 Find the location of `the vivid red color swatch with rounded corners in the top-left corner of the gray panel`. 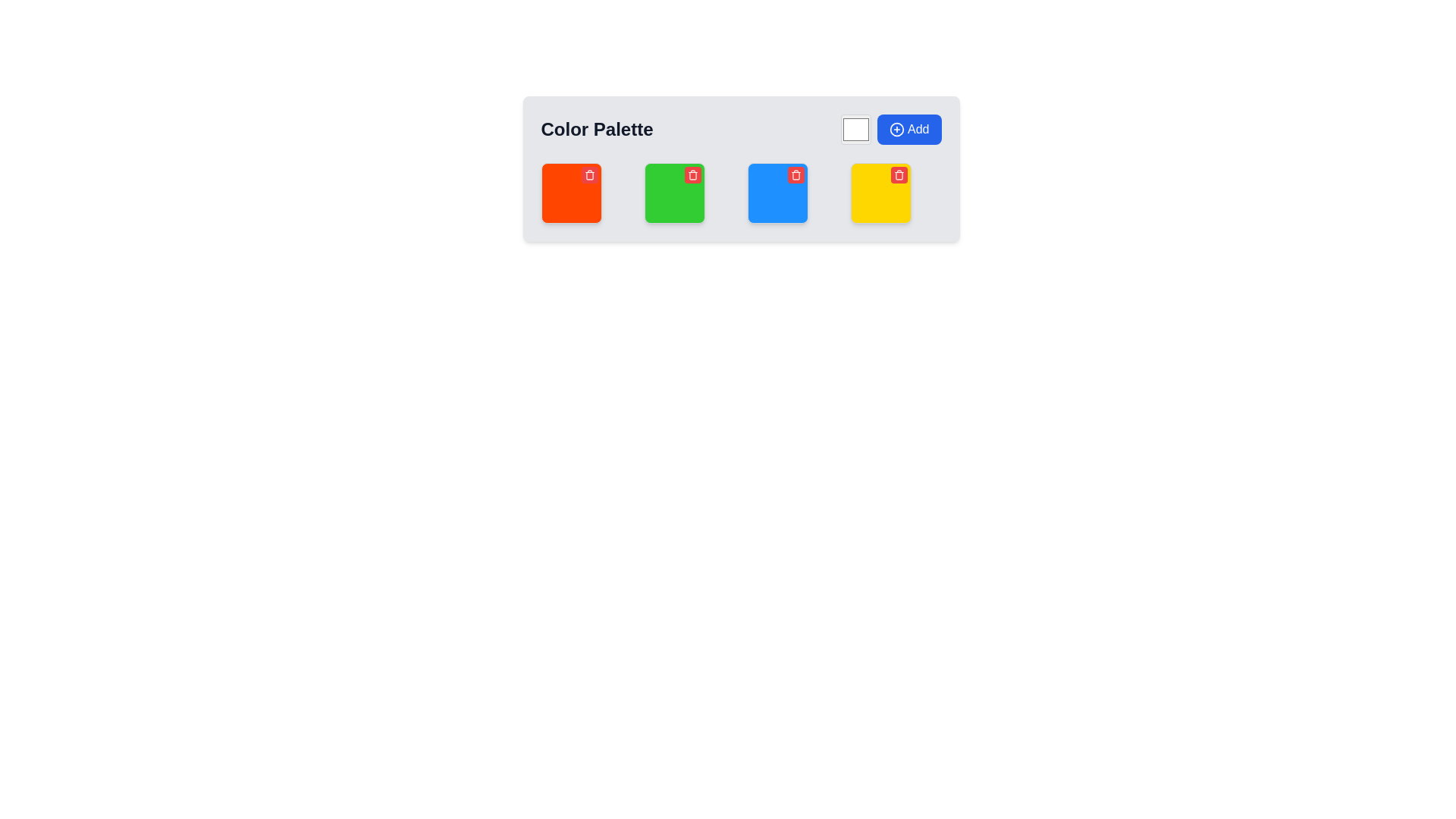

the vivid red color swatch with rounded corners in the top-left corner of the gray panel is located at coordinates (570, 192).